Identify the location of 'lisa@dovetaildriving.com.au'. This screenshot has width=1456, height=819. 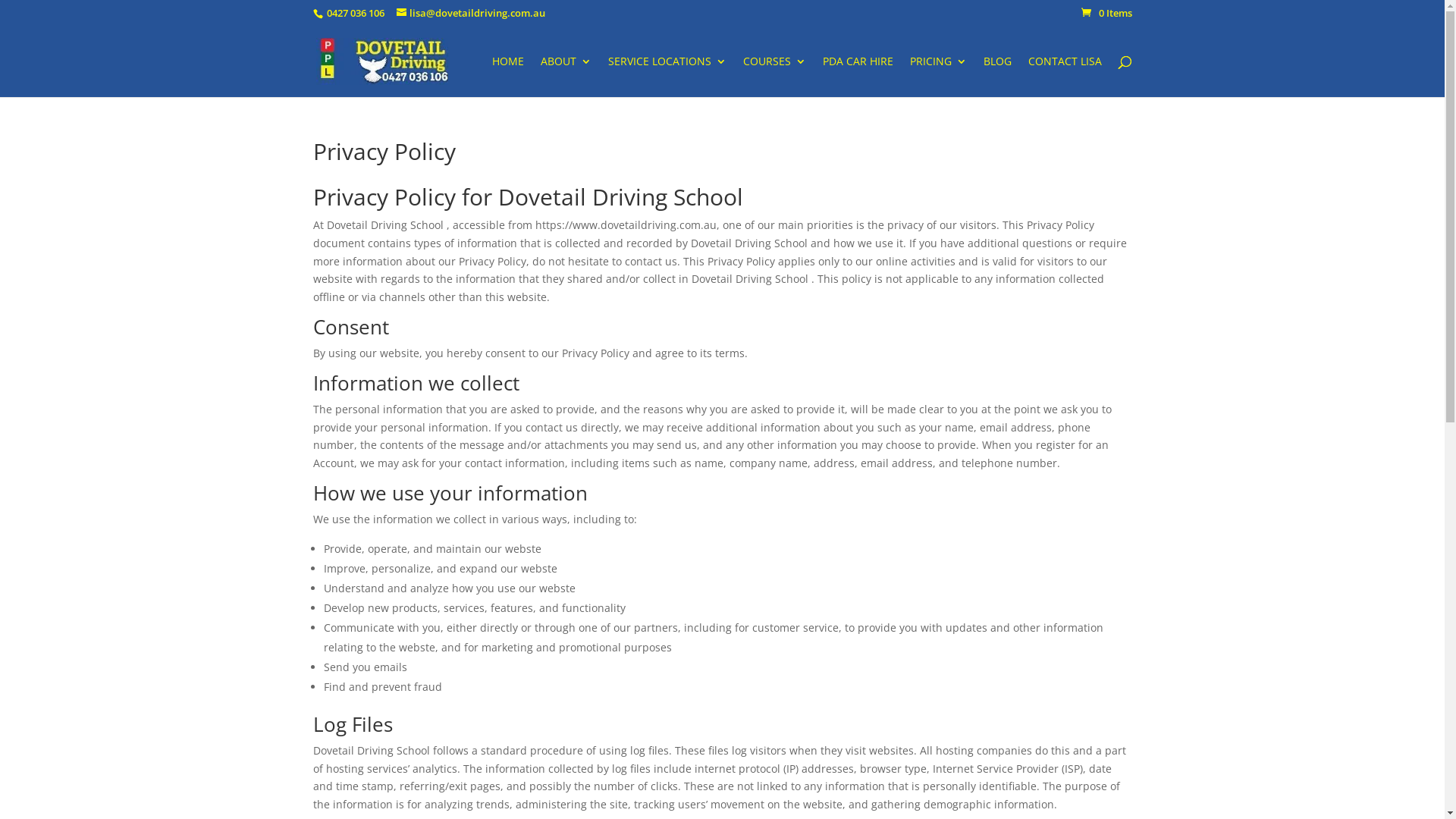
(469, 12).